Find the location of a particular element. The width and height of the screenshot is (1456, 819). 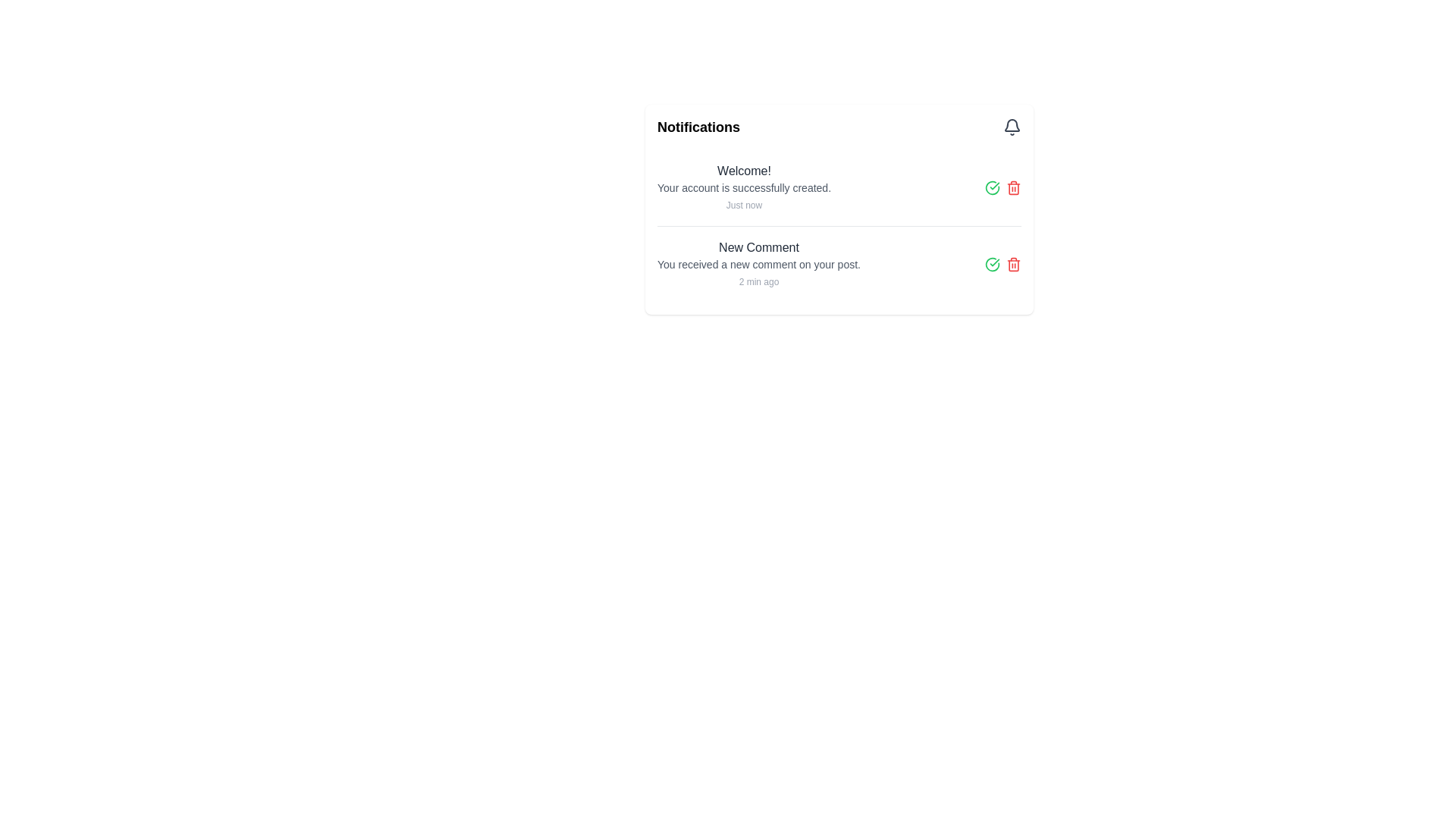

the 'Welcome!' text block in the Notifications area to read its content, which includes the message 'Your account is successfully created.' and the timestamp 'Just now' is located at coordinates (744, 187).